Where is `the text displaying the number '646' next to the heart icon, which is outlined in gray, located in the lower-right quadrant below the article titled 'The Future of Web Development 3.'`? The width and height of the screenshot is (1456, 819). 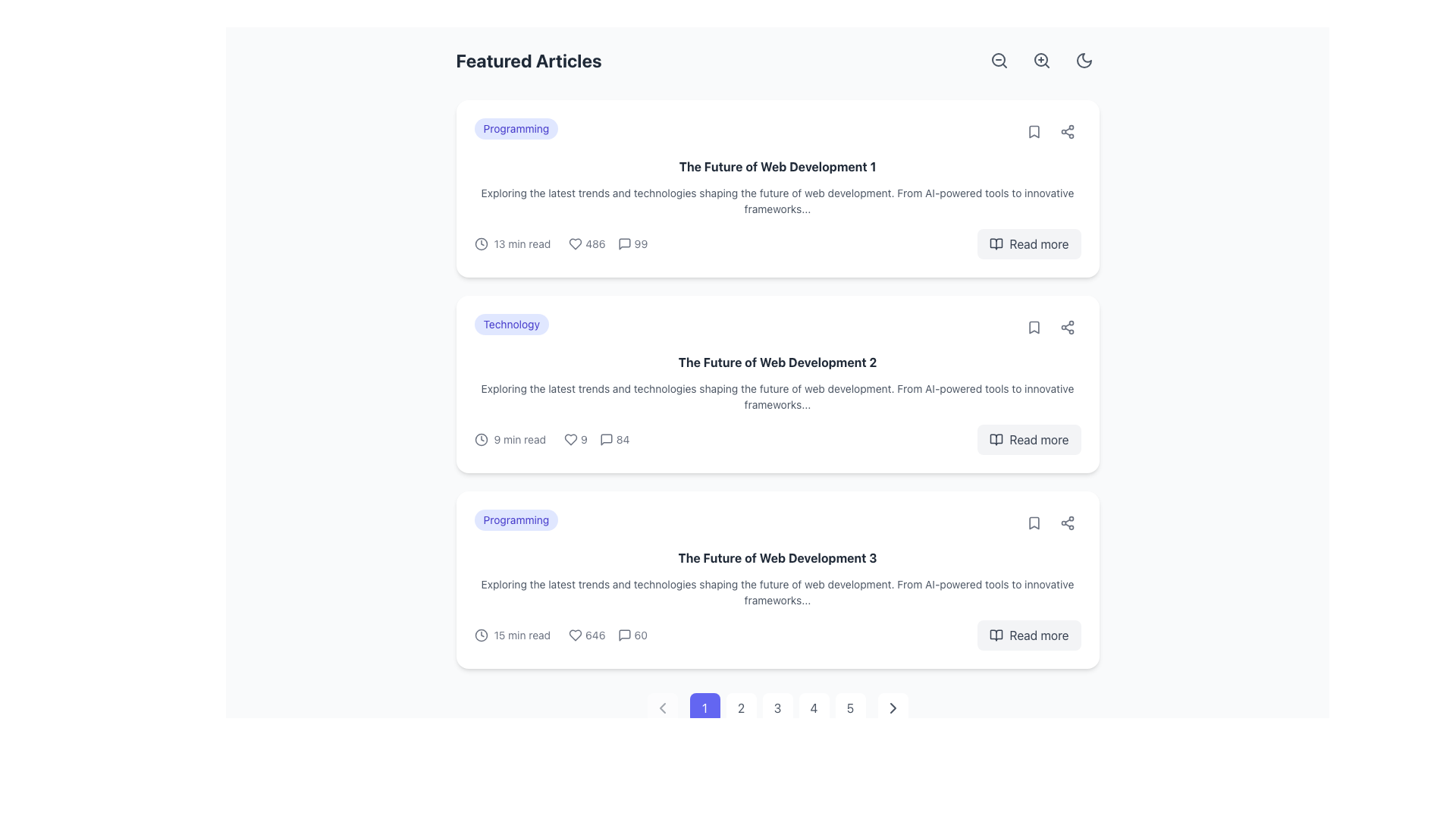
the text displaying the number '646' next to the heart icon, which is outlined in gray, located in the lower-right quadrant below the article titled 'The Future of Web Development 3.' is located at coordinates (586, 635).